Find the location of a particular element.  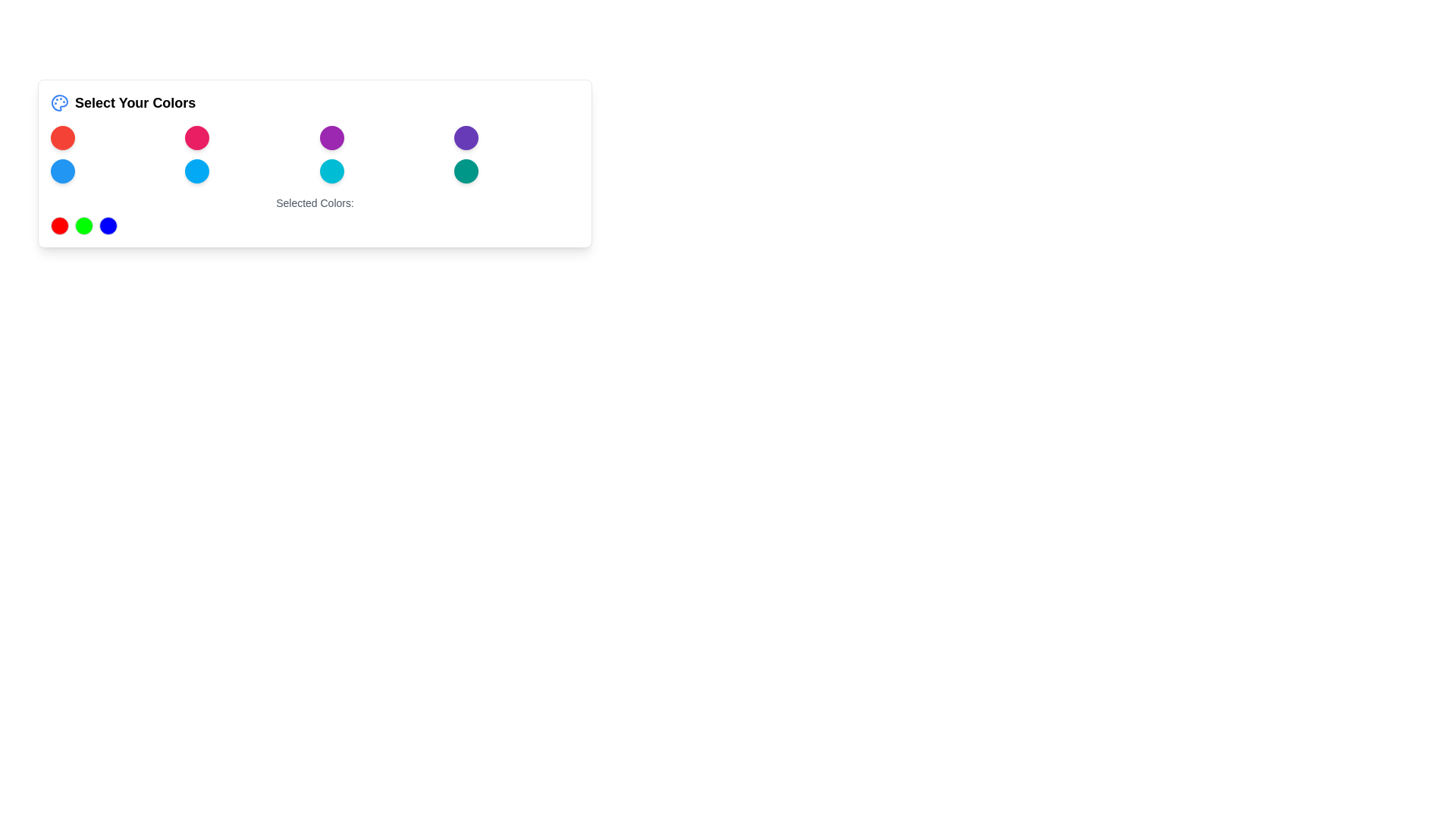

the blue circular button with a gray border, which is the third element in a horizontal arrangement of similar buttons is located at coordinates (108, 225).